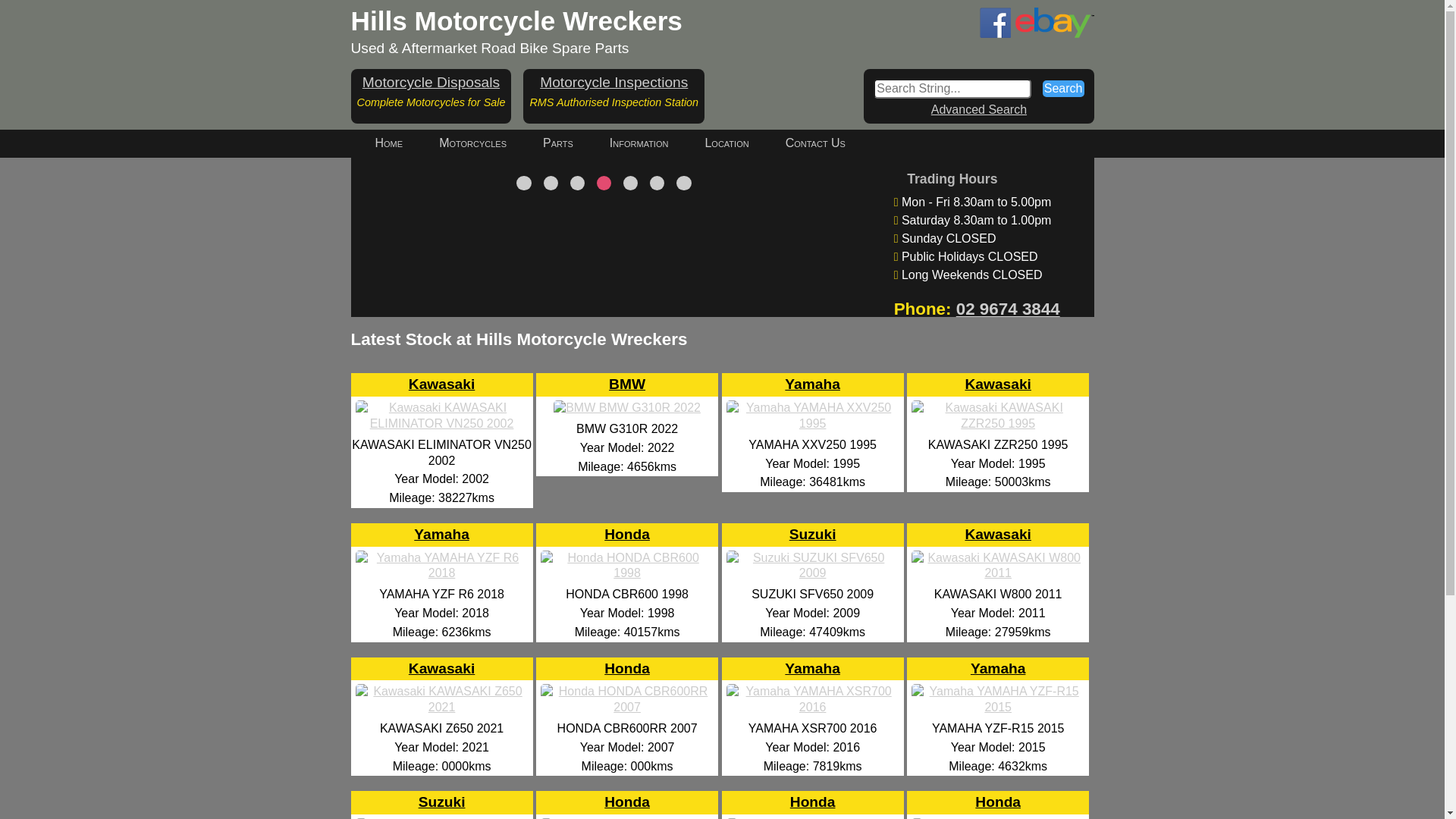  Describe the element at coordinates (626, 707) in the screenshot. I see `'Honda HONDA   CBR600RR   2007'` at that location.